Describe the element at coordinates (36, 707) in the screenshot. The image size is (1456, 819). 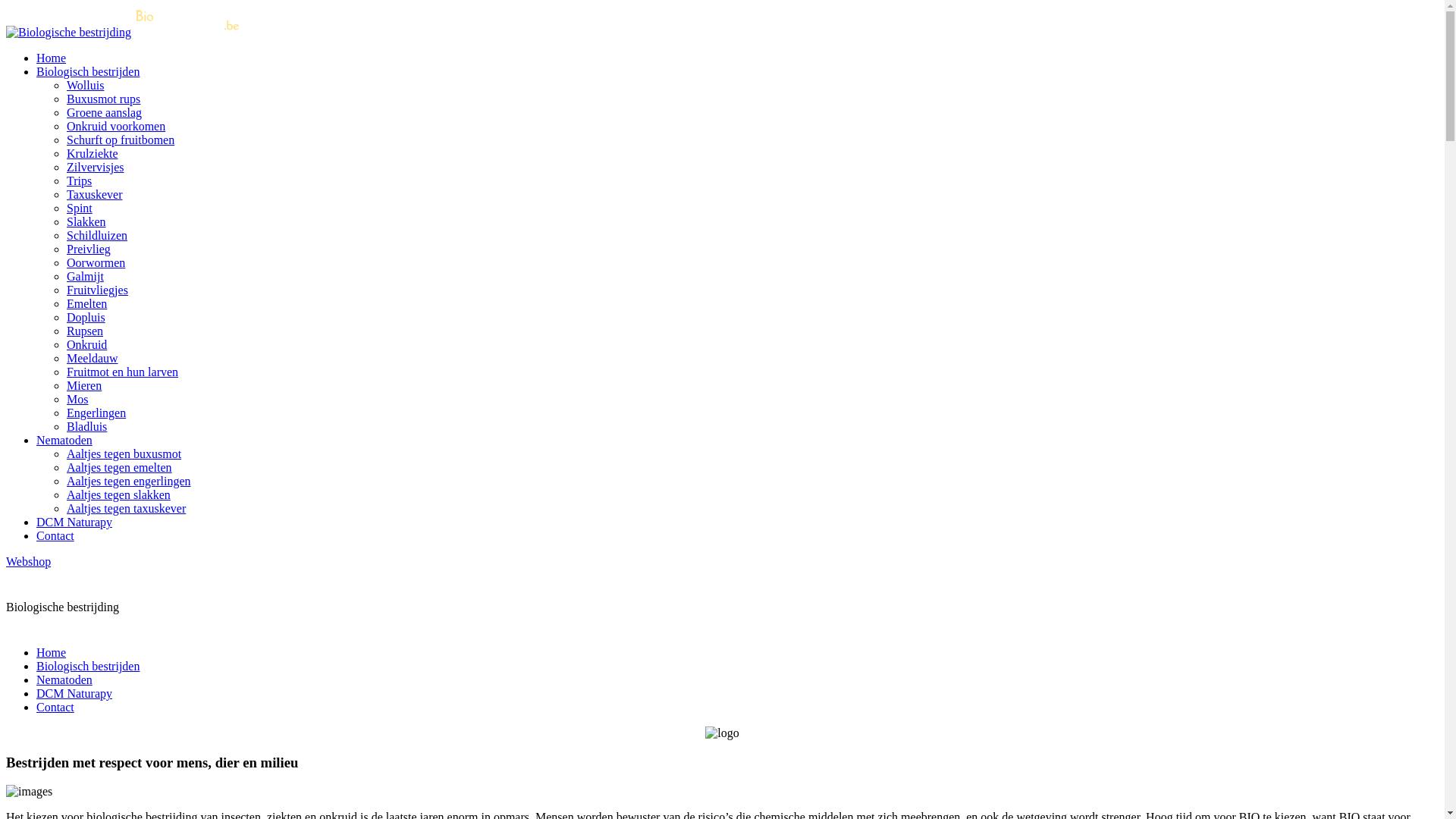
I see `'Contact'` at that location.